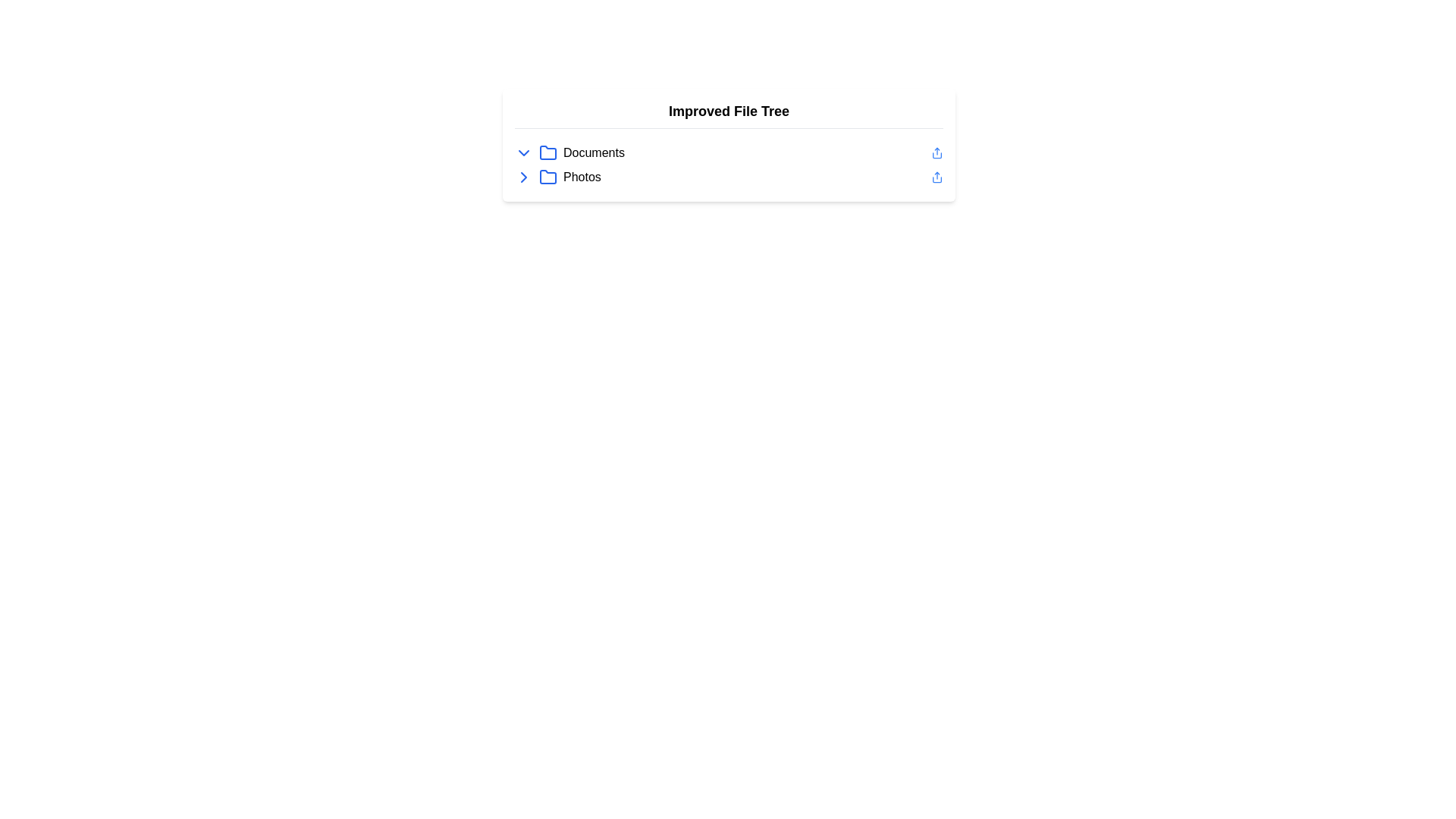 Image resolution: width=1456 pixels, height=819 pixels. Describe the element at coordinates (535, 152) in the screenshot. I see `the folder icon` at that location.